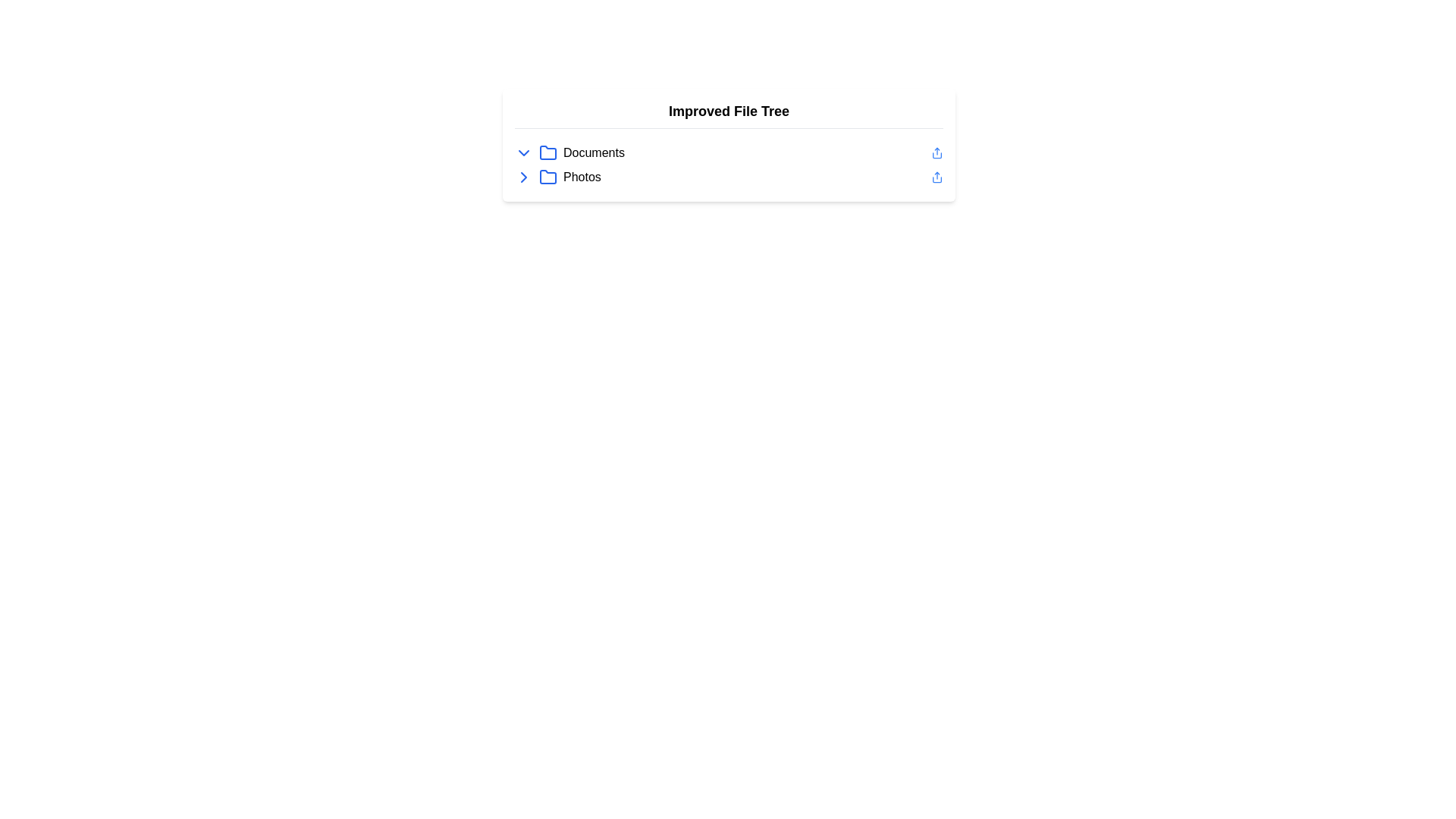 Image resolution: width=1456 pixels, height=819 pixels. Describe the element at coordinates (535, 152) in the screenshot. I see `the folder icon` at that location.